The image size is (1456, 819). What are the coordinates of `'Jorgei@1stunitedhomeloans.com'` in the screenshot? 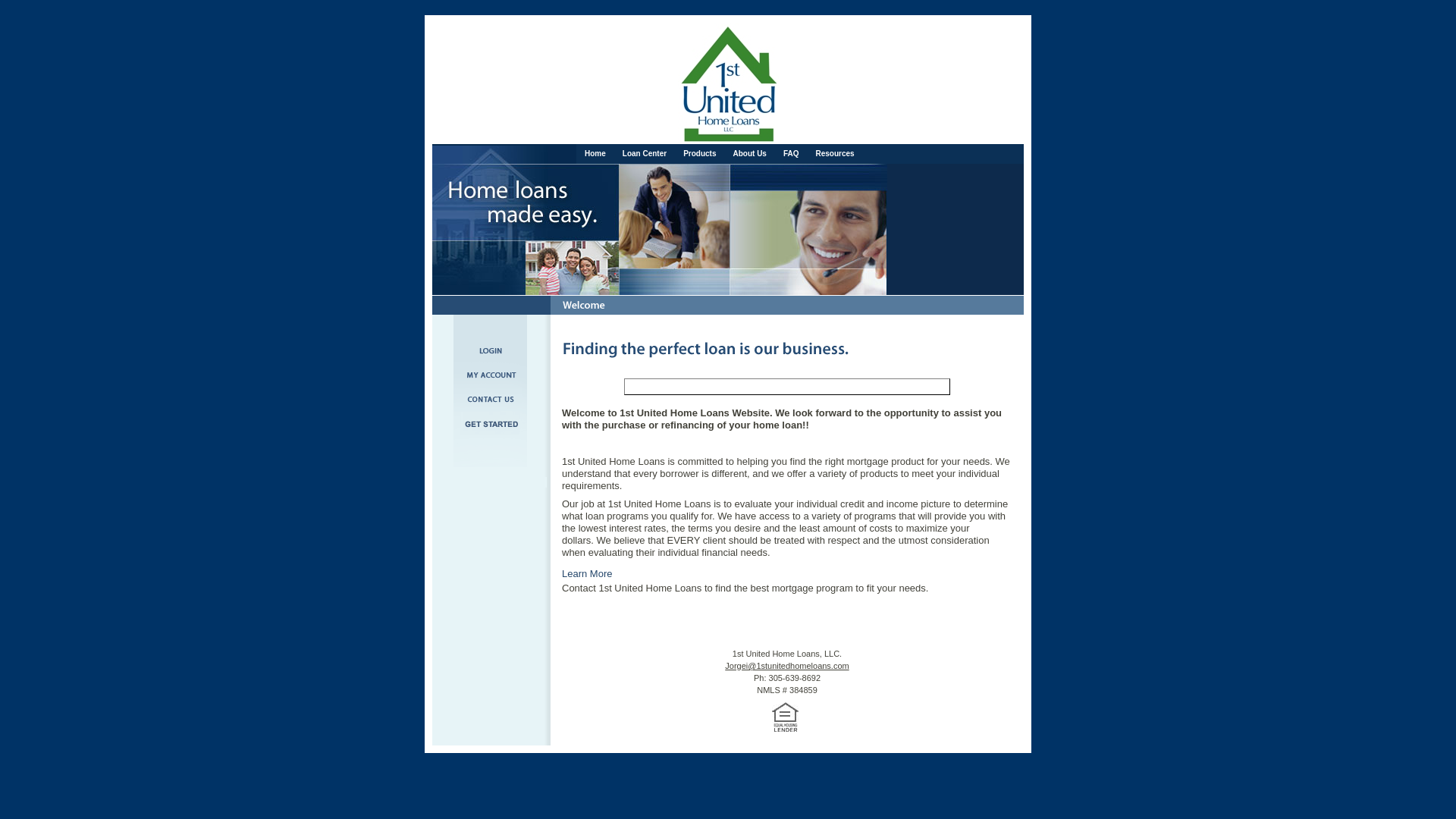 It's located at (786, 665).